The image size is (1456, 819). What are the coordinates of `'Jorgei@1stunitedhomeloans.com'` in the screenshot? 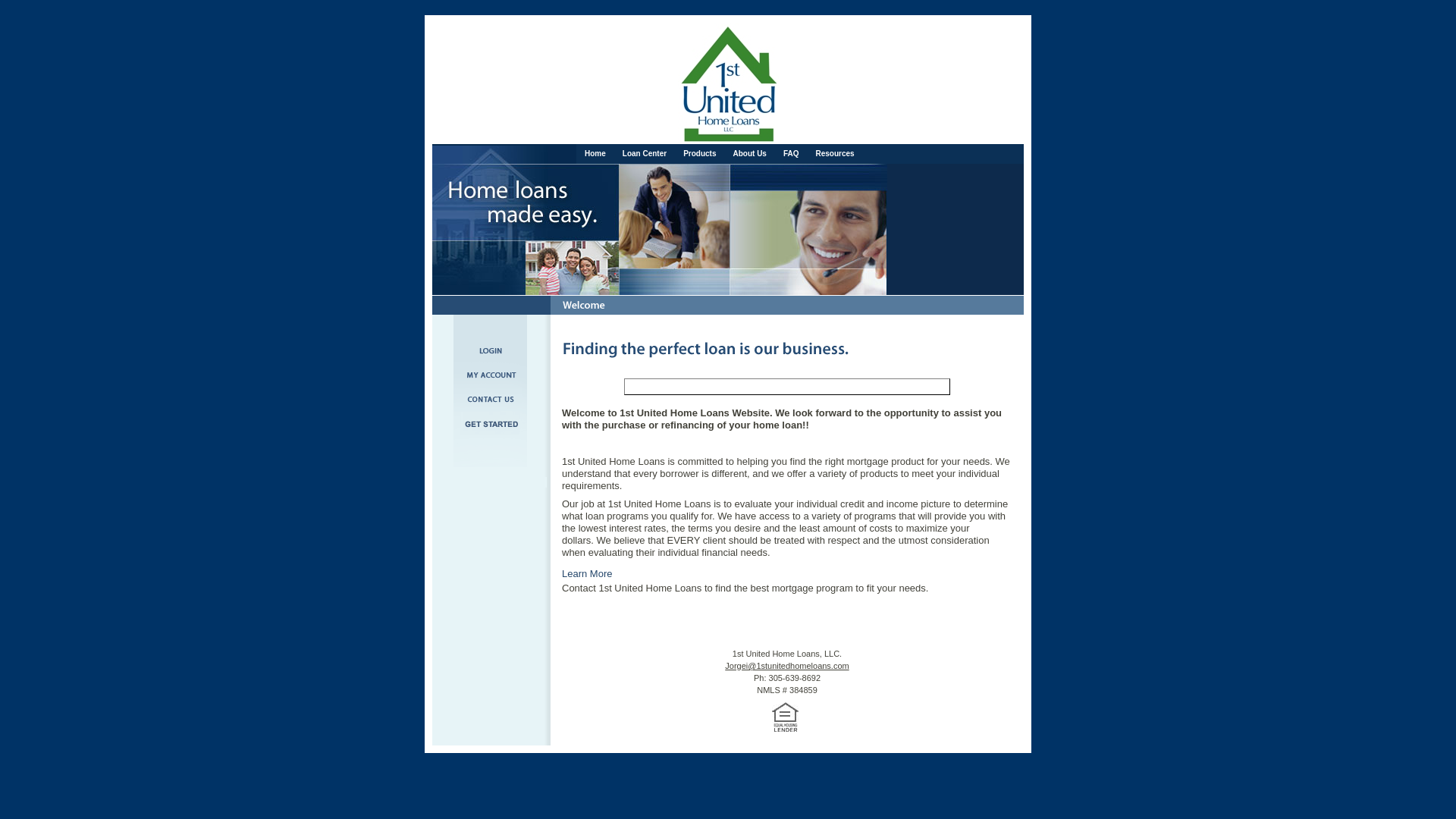 It's located at (786, 665).